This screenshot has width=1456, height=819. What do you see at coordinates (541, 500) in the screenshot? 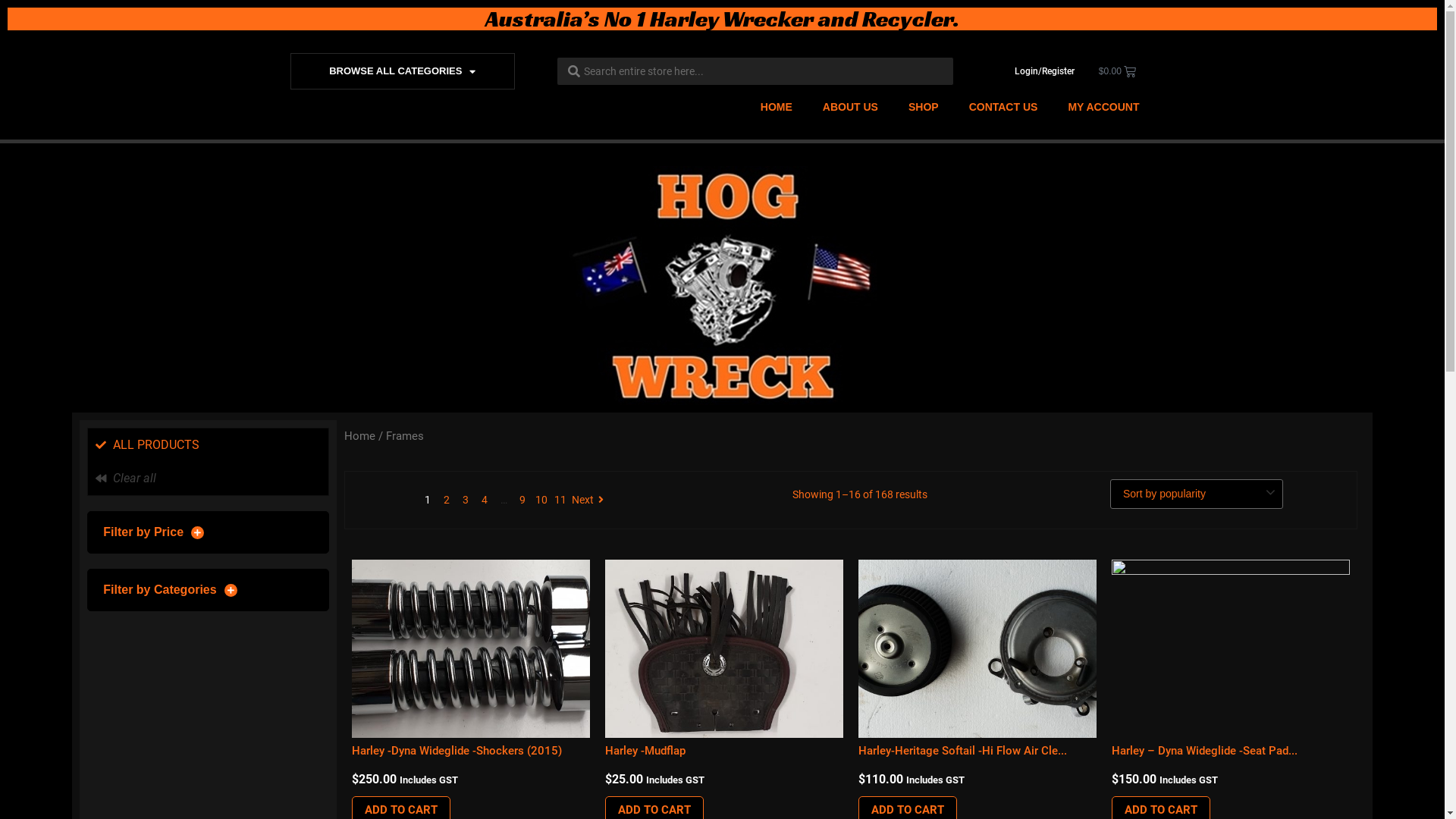
I see `'10'` at bounding box center [541, 500].